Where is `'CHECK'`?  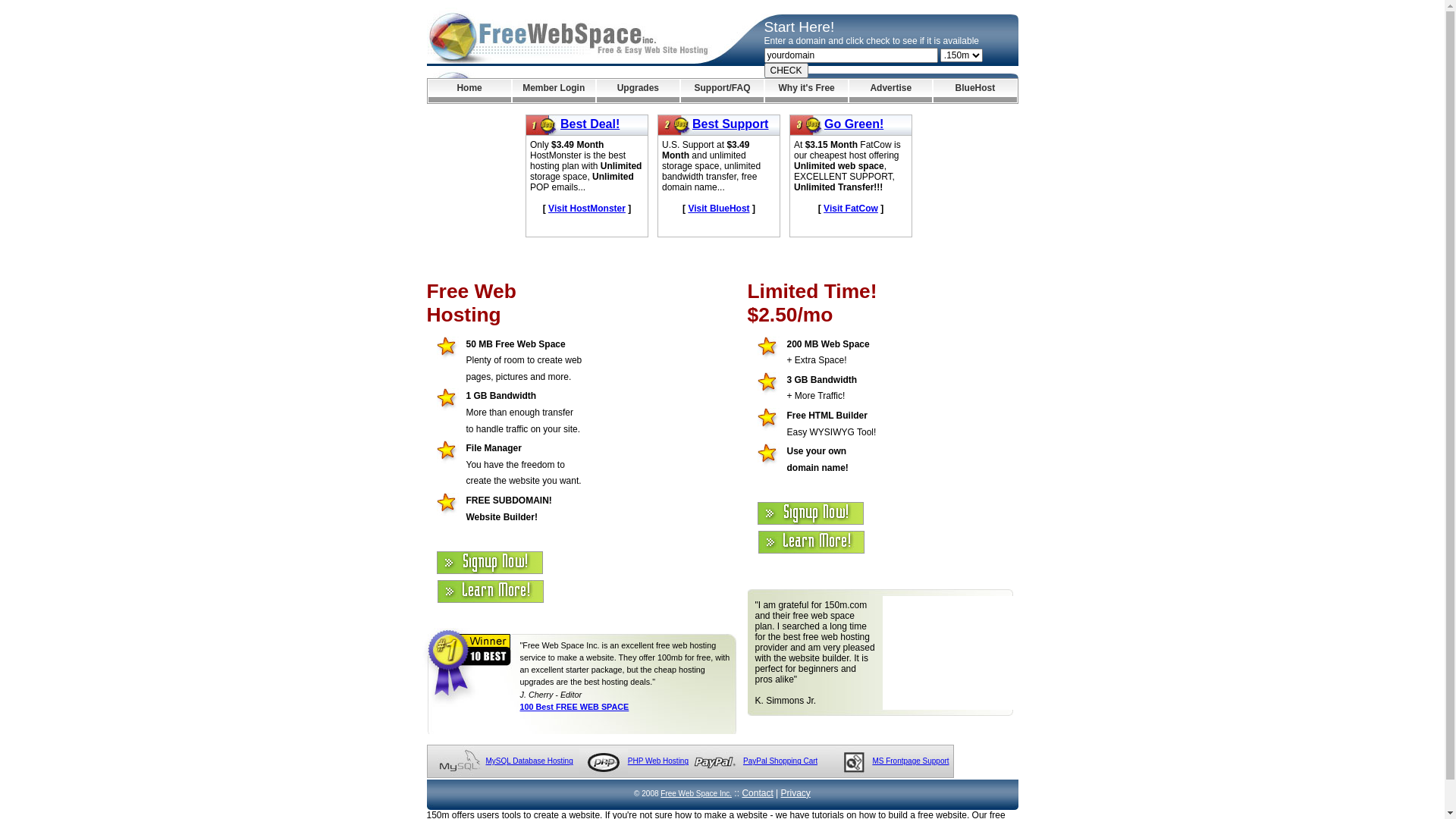 'CHECK' is located at coordinates (764, 70).